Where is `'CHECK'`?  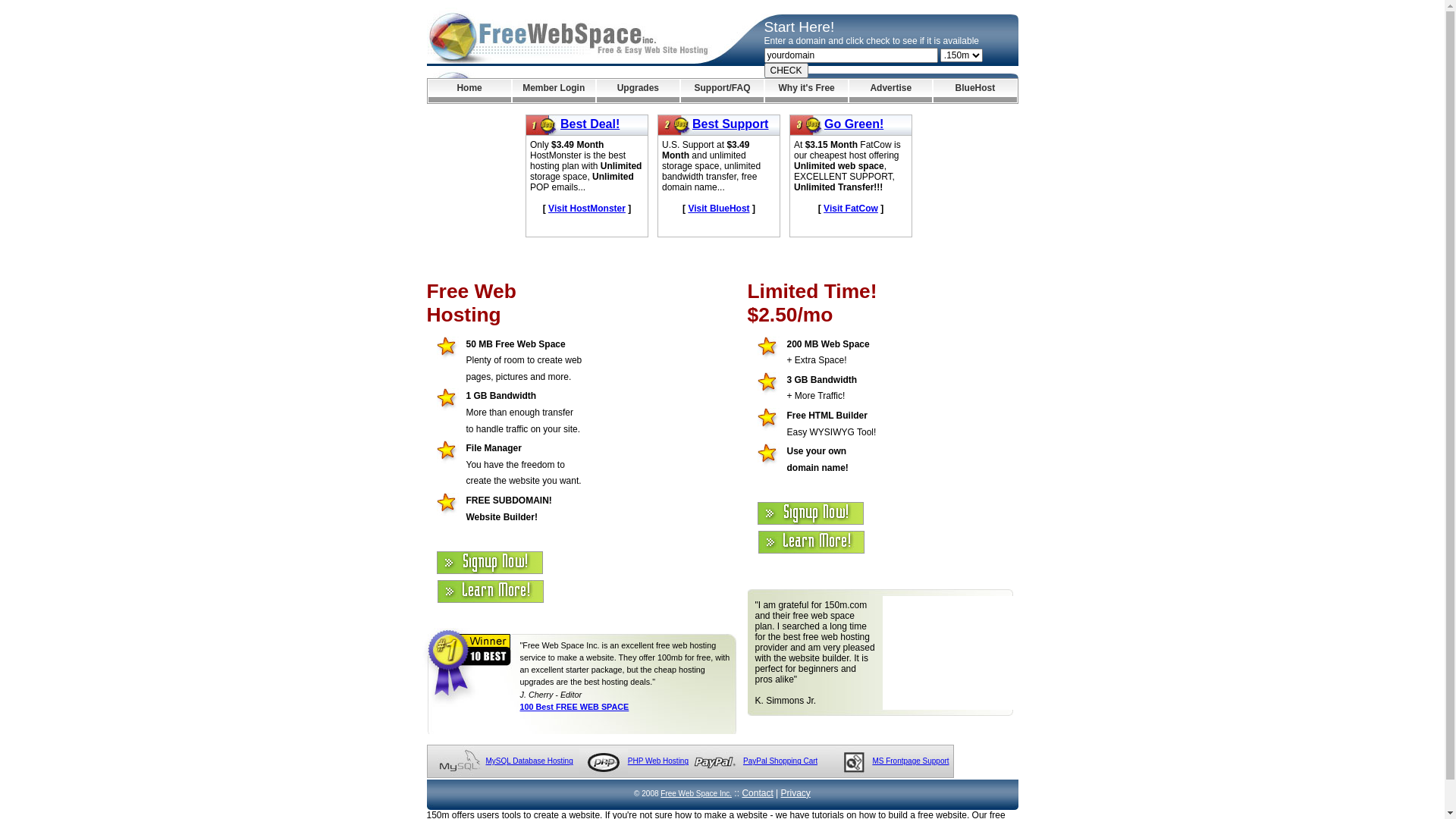 'CHECK' is located at coordinates (764, 70).